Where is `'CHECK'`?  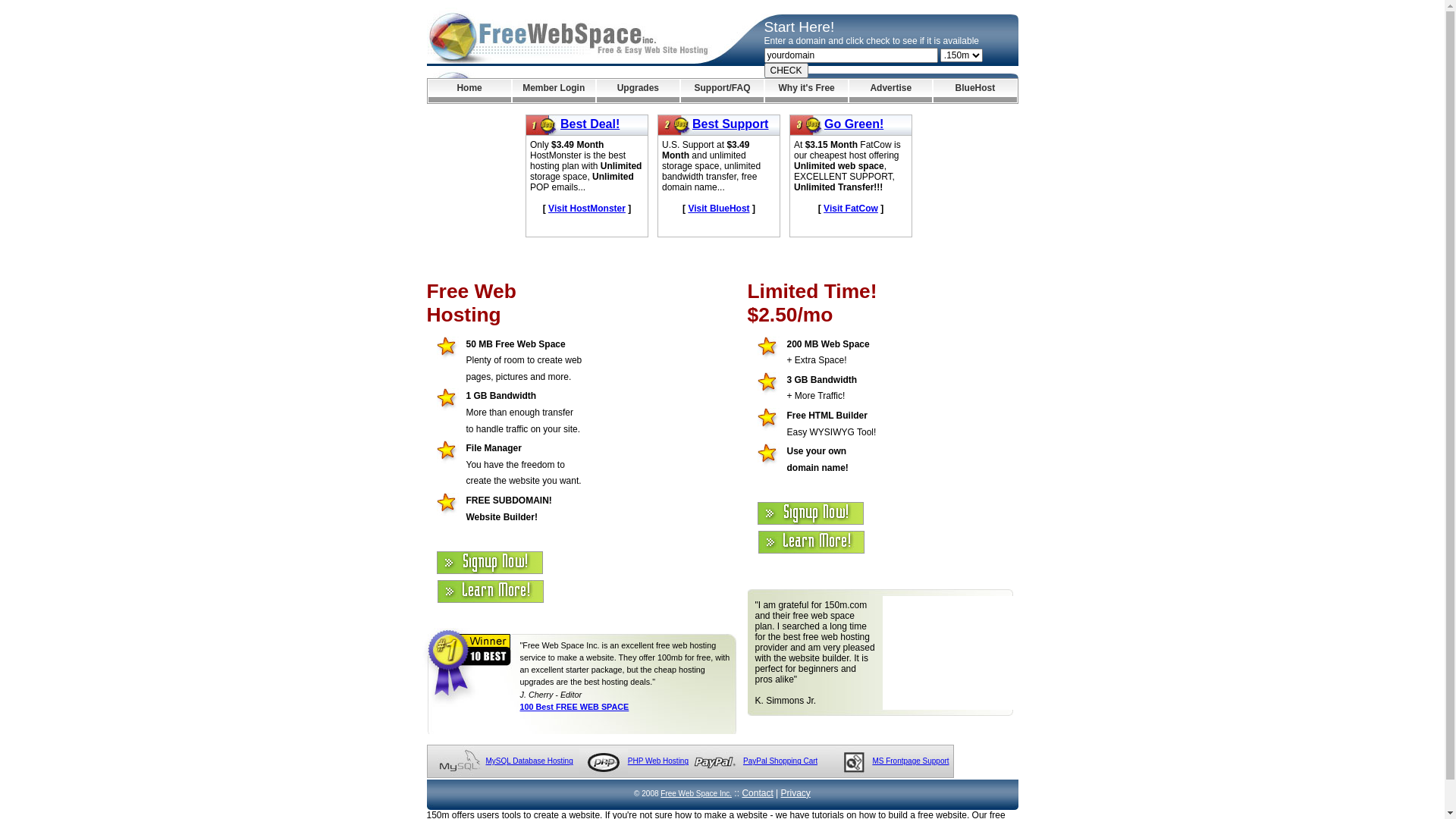 'CHECK' is located at coordinates (764, 70).